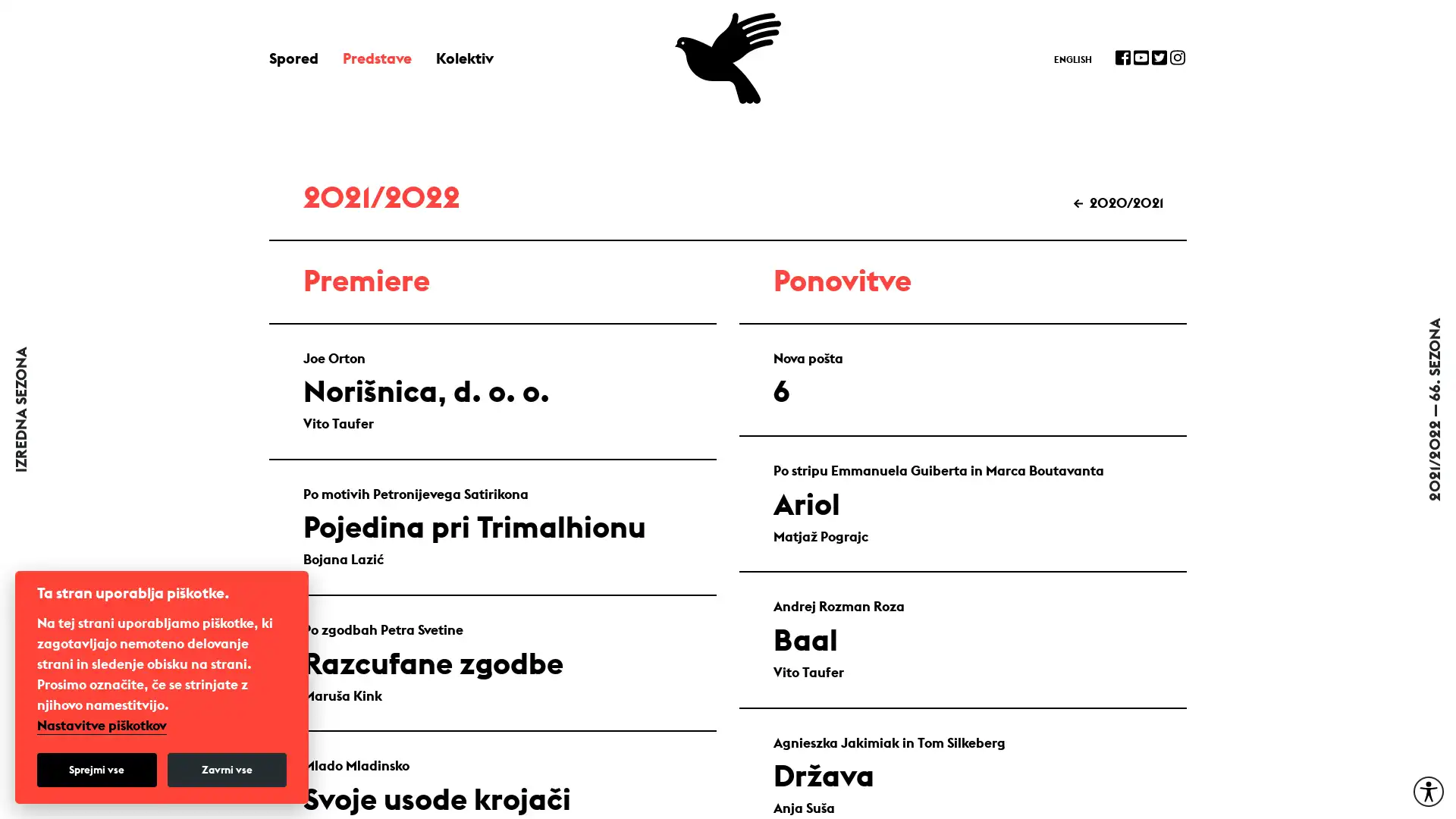  What do you see at coordinates (1427, 791) in the screenshot?
I see `Moznosti za dostopnost` at bounding box center [1427, 791].